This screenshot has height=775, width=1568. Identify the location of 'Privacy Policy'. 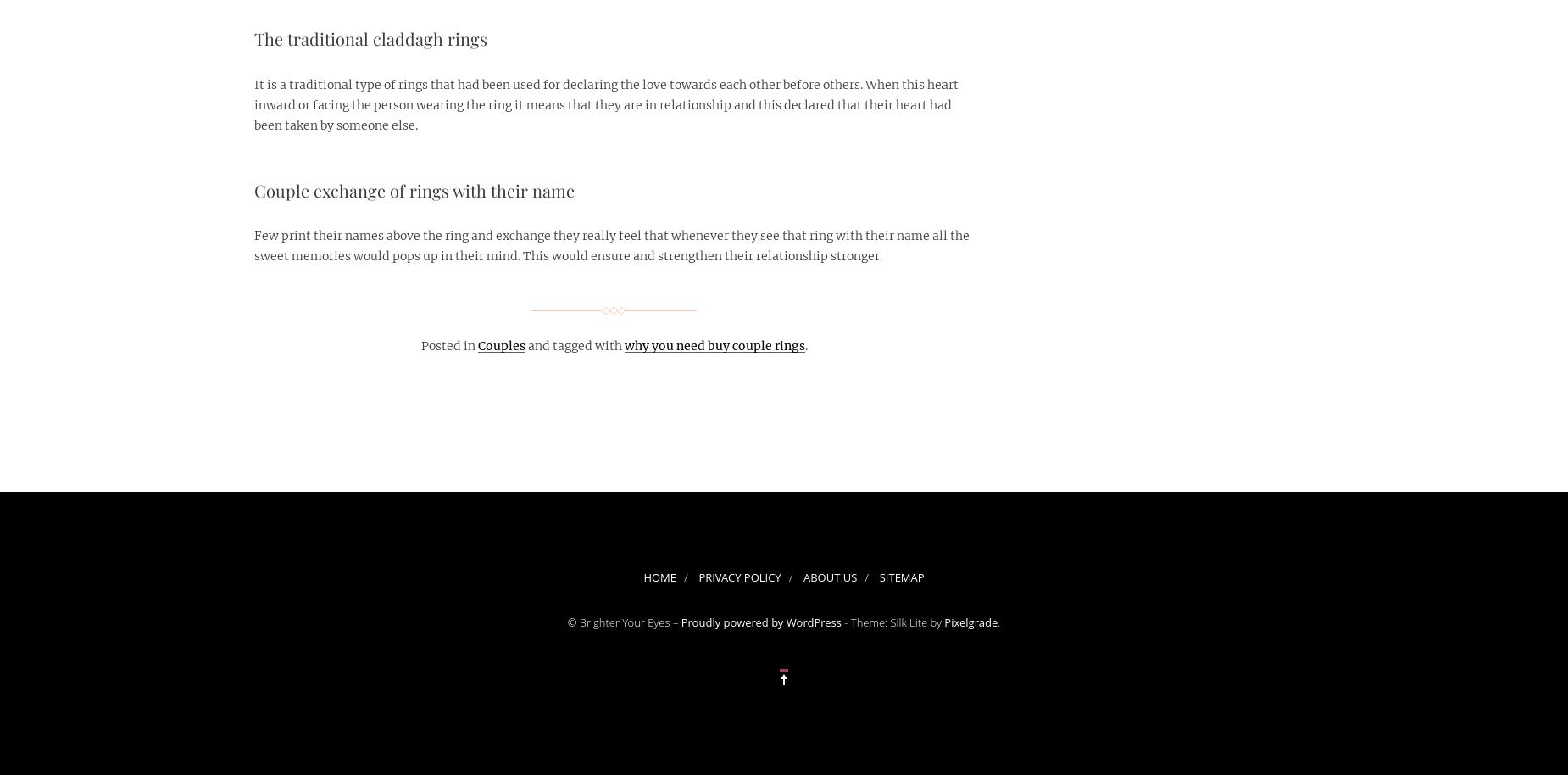
(739, 577).